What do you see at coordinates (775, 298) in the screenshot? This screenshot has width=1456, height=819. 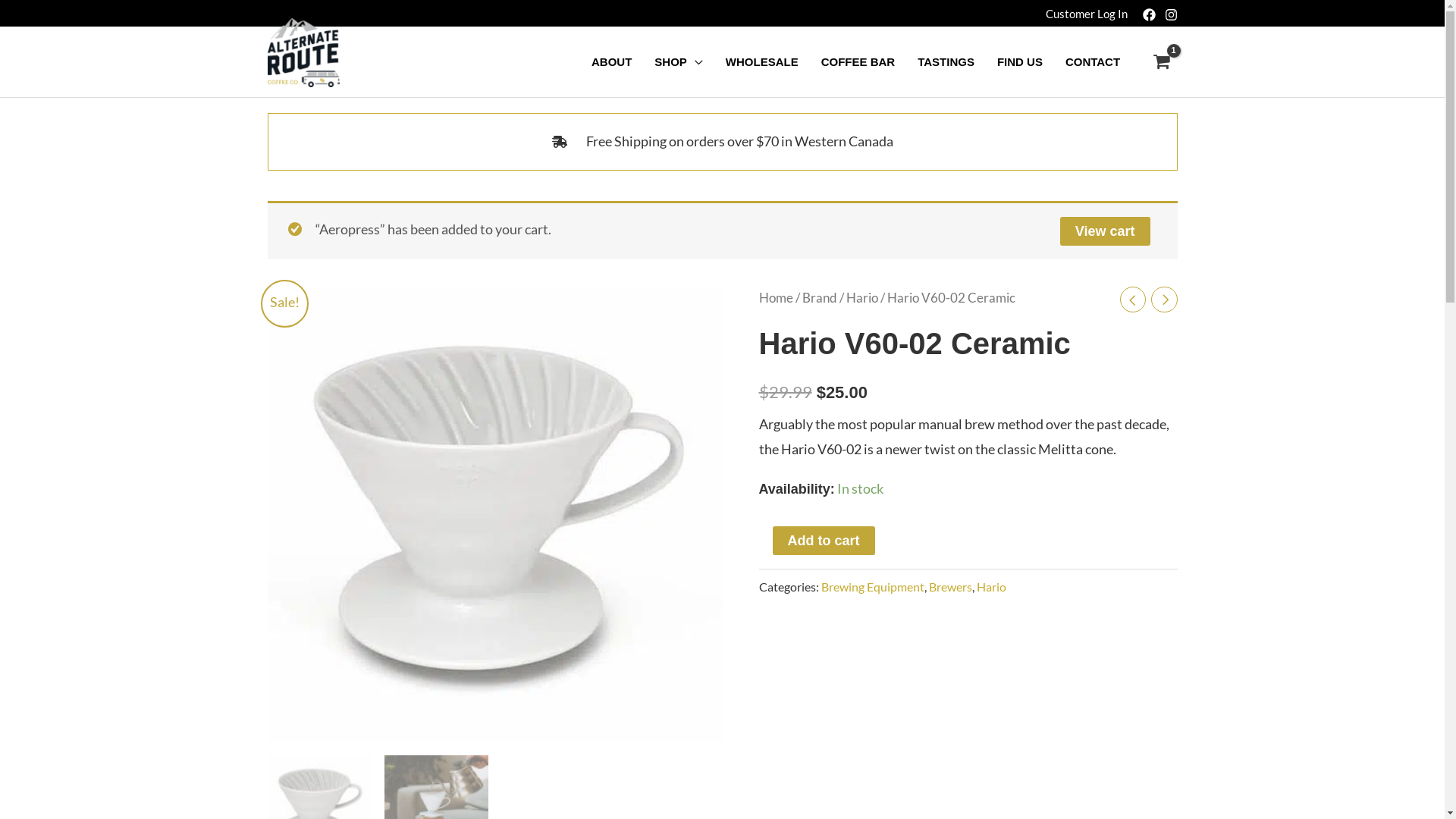 I see `'Home'` at bounding box center [775, 298].